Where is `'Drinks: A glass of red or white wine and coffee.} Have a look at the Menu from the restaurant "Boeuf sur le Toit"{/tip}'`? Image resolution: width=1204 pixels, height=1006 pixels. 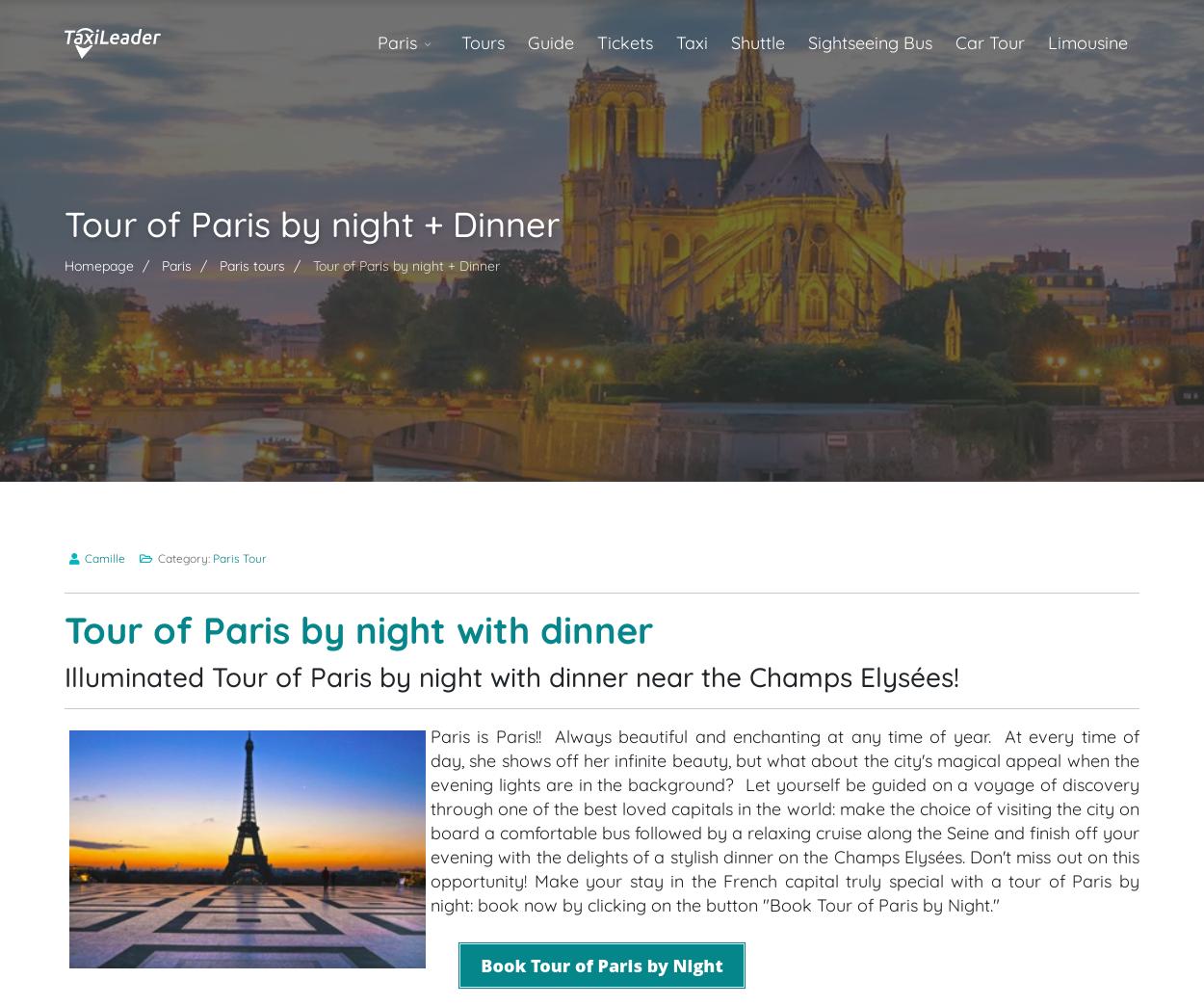 'Drinks: A glass of red or white wine and coffee.} Have a look at the Menu from the restaurant "Boeuf sur le Toit"{/tip}' is located at coordinates (531, 437).